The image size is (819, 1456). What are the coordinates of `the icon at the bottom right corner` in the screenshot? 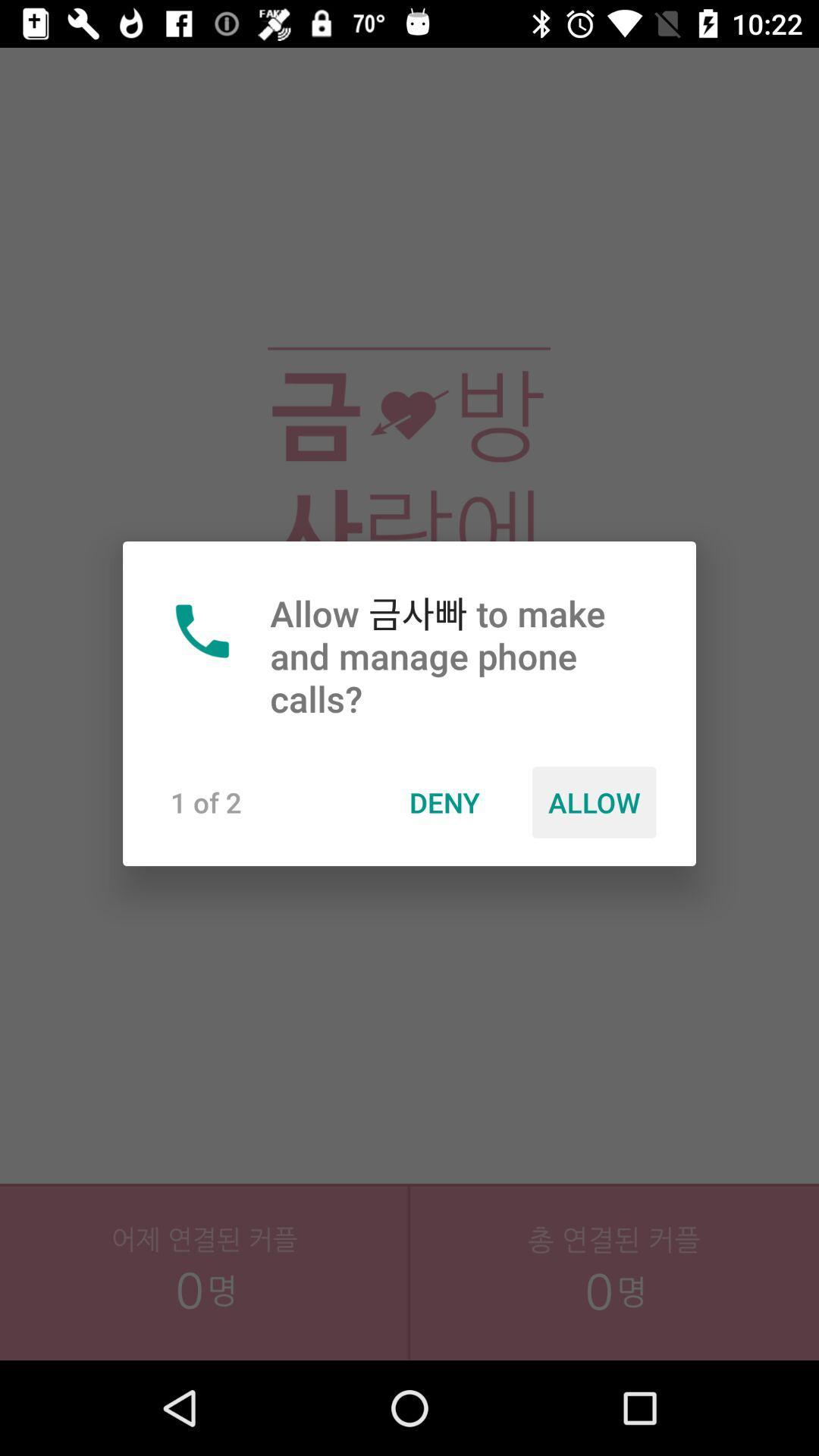 It's located at (614, 1304).